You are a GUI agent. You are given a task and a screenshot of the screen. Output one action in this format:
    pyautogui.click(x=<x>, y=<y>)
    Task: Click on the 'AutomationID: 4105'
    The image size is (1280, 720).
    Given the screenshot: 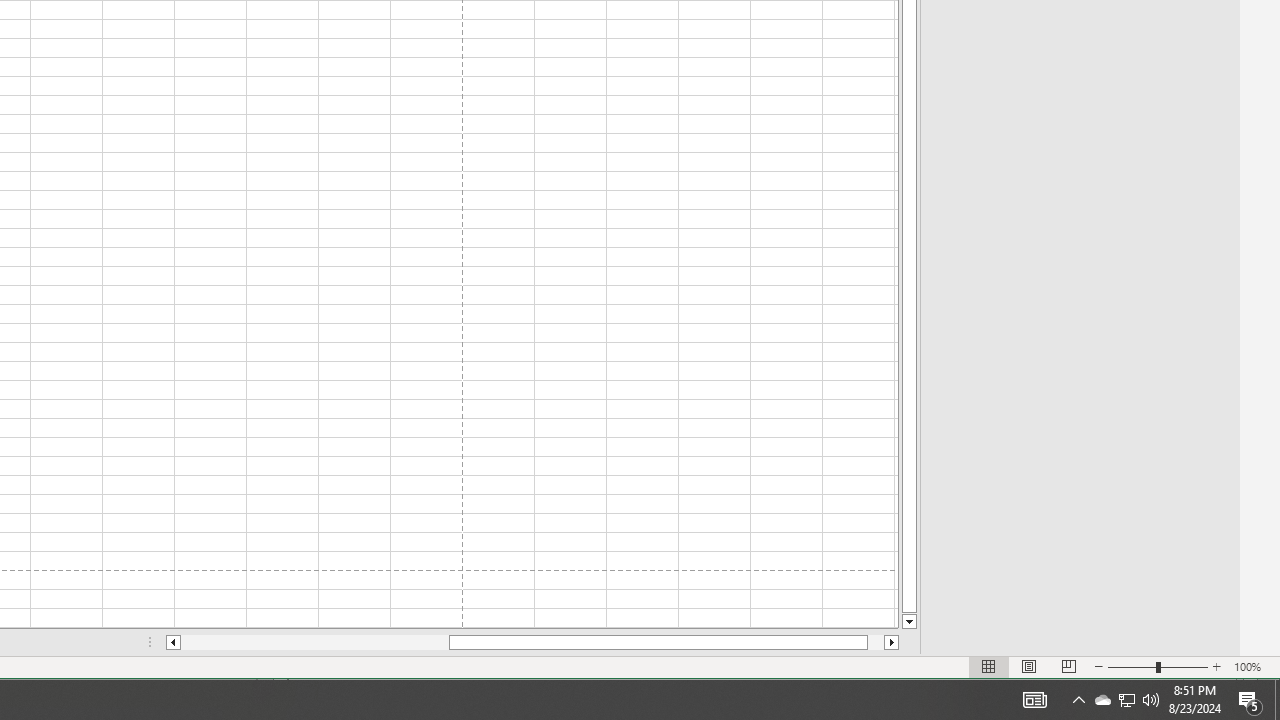 What is the action you would take?
    pyautogui.click(x=1034, y=698)
    